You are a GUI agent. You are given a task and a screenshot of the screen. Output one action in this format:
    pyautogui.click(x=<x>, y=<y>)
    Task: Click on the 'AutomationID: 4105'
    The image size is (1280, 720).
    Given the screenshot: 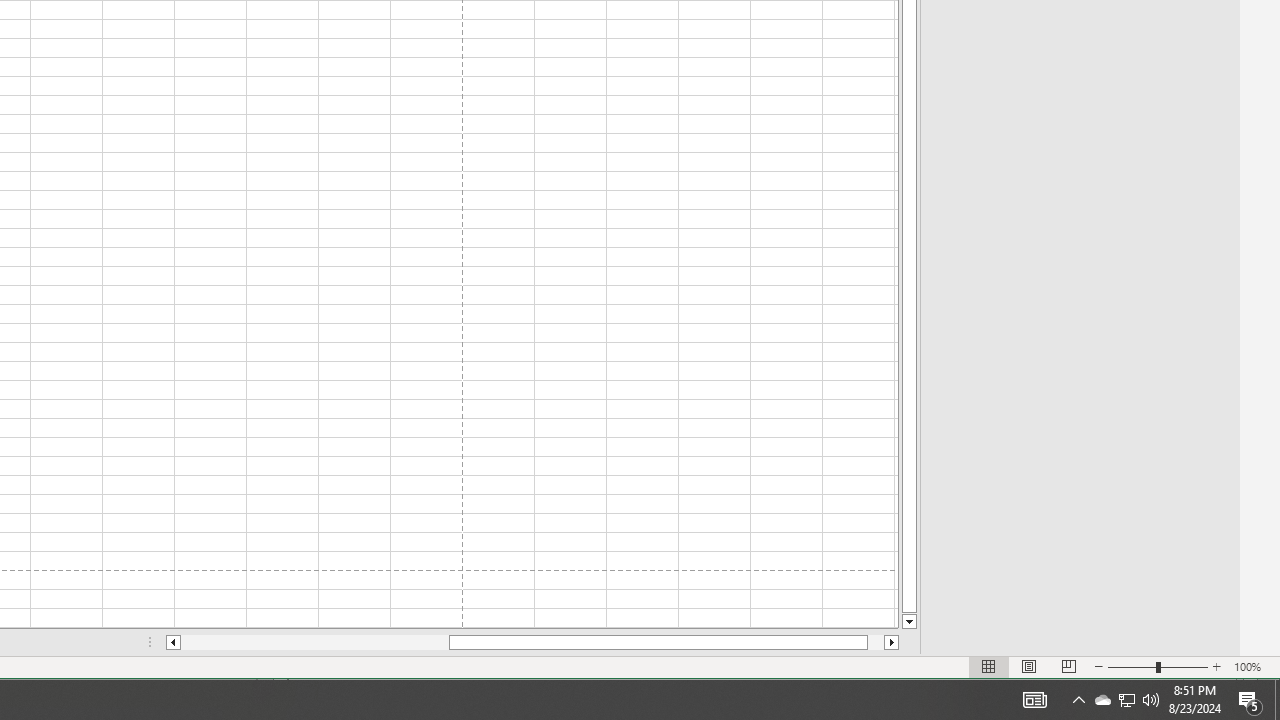 What is the action you would take?
    pyautogui.click(x=1034, y=698)
    